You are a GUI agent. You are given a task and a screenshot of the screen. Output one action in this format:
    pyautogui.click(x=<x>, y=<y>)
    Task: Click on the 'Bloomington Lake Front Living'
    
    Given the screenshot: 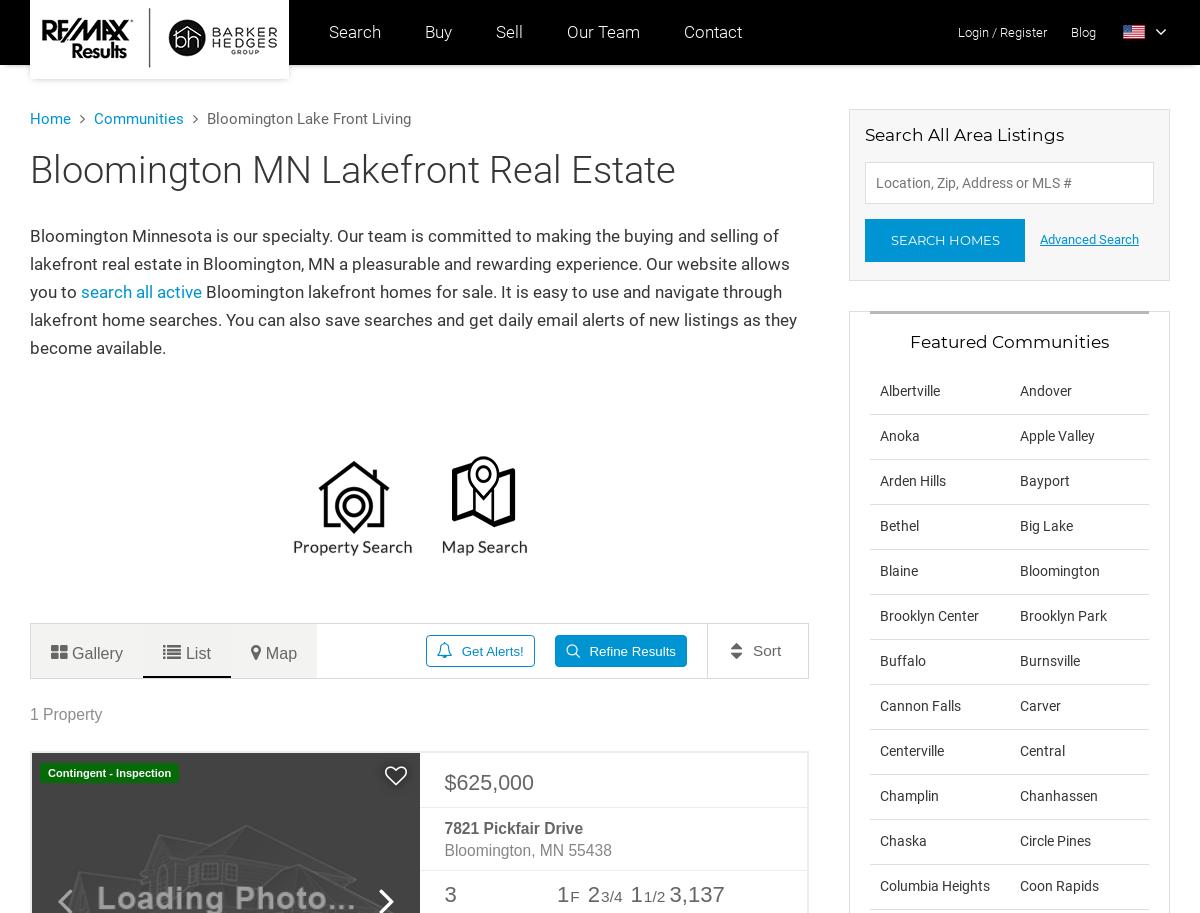 What is the action you would take?
    pyautogui.click(x=306, y=118)
    